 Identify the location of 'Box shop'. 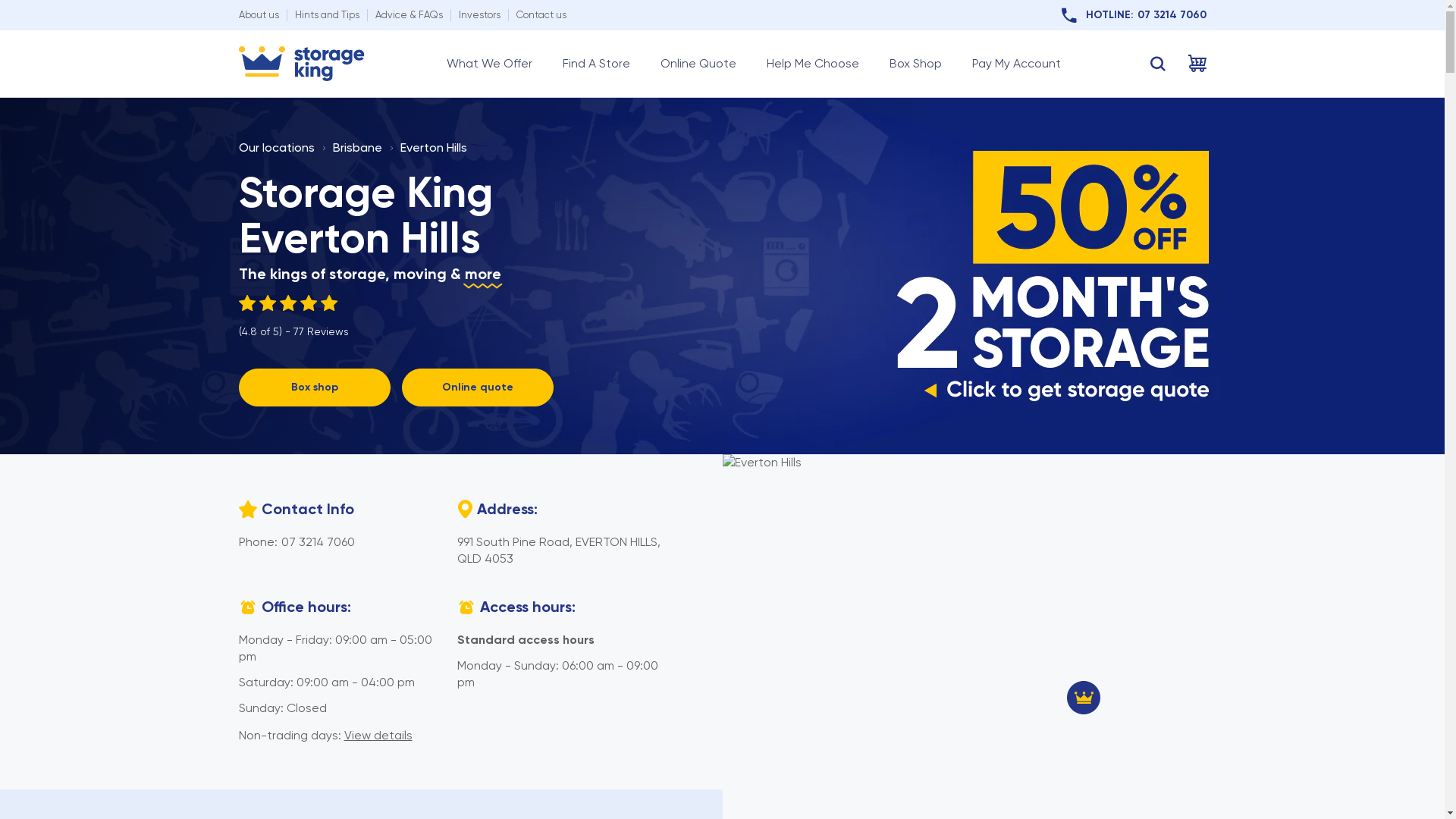
(312, 386).